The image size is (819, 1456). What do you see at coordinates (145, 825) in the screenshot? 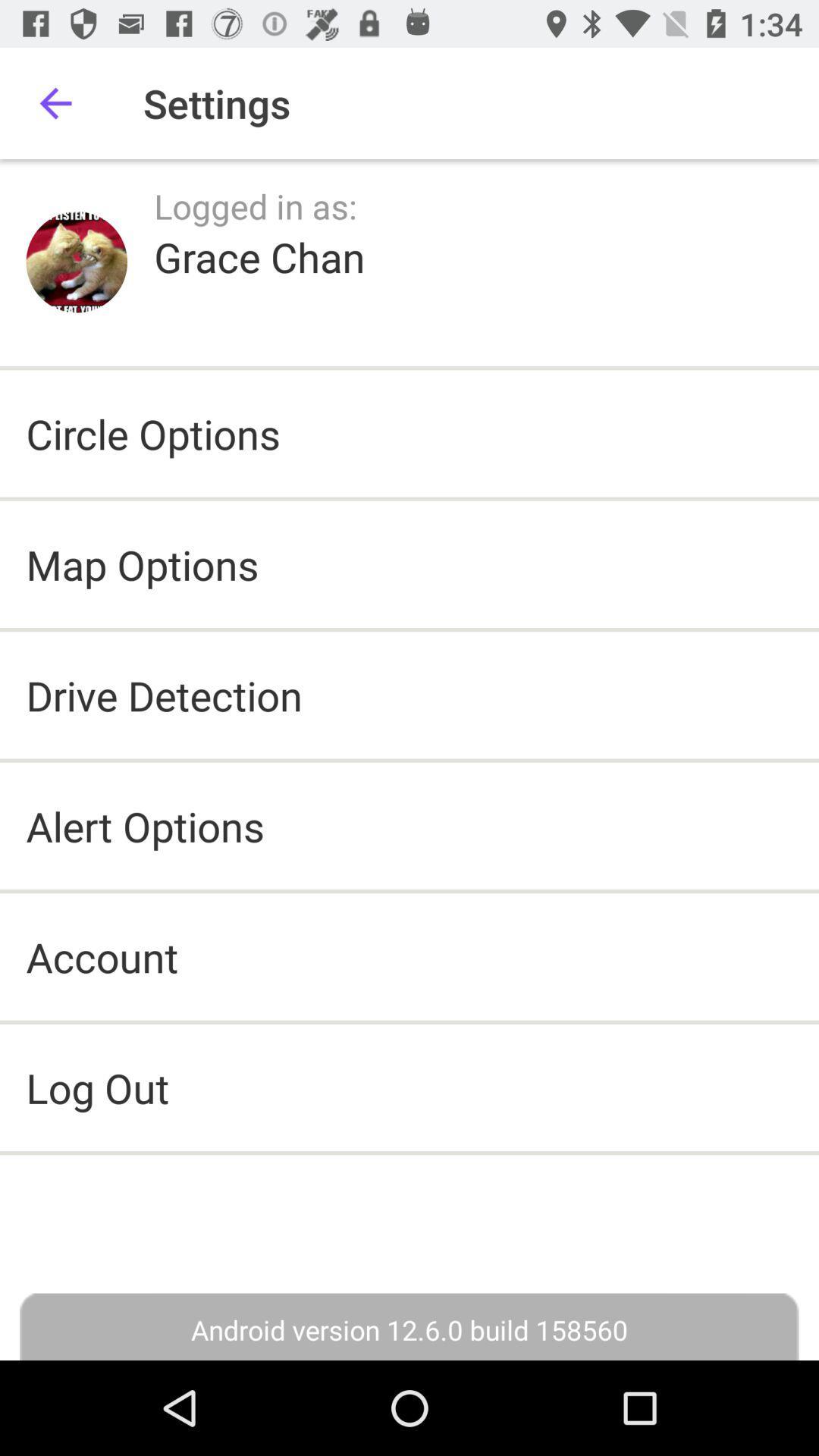
I see `the alert options` at bounding box center [145, 825].